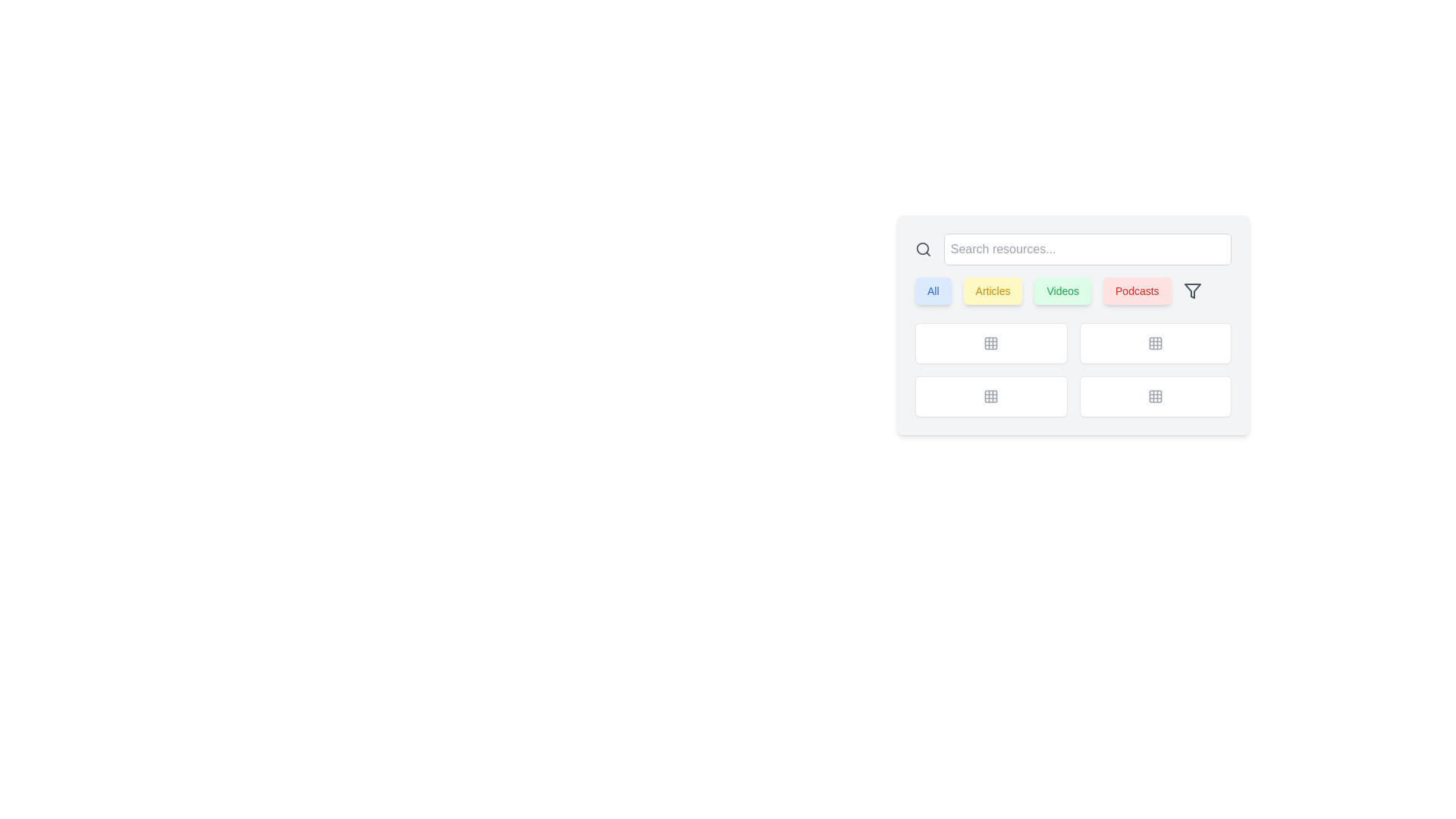  Describe the element at coordinates (990, 343) in the screenshot. I see `the top-left square cell in the grid layout` at that location.